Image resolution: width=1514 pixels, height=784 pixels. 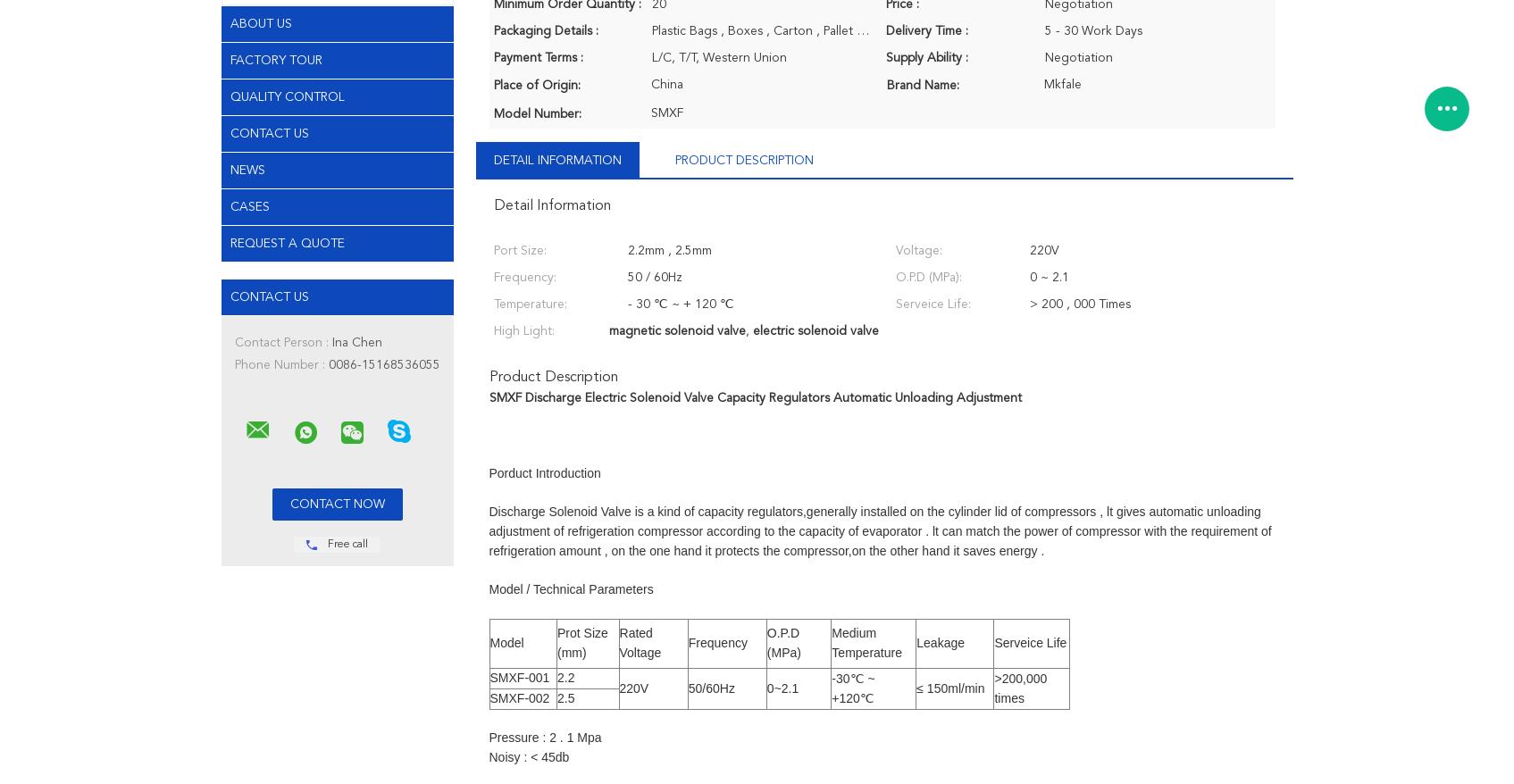 What do you see at coordinates (992, 641) in the screenshot?
I see `'Serveice Life'` at bounding box center [992, 641].